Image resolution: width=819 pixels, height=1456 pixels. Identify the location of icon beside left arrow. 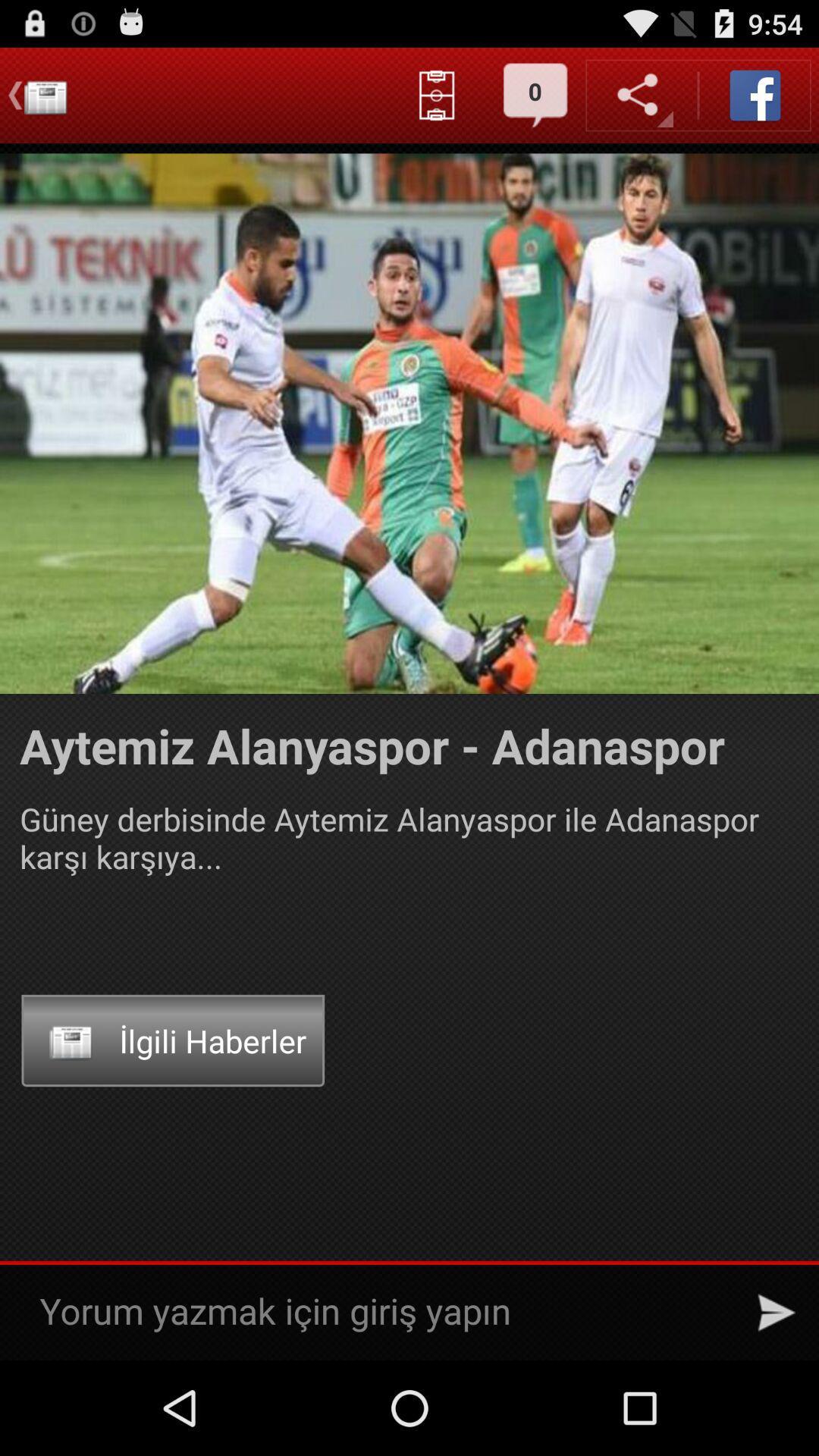
(45, 95).